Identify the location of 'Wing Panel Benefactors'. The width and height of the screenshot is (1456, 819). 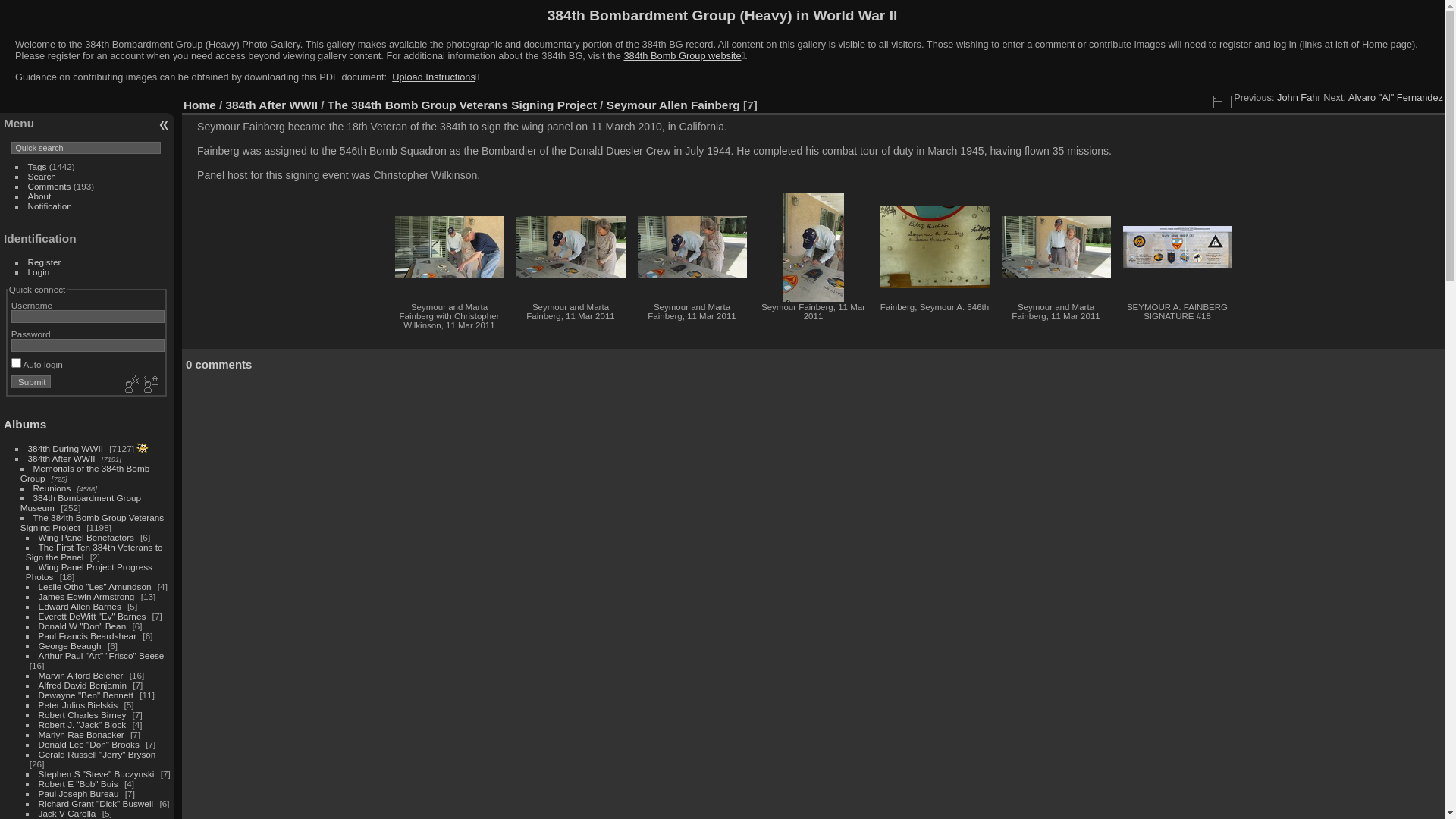
(86, 536).